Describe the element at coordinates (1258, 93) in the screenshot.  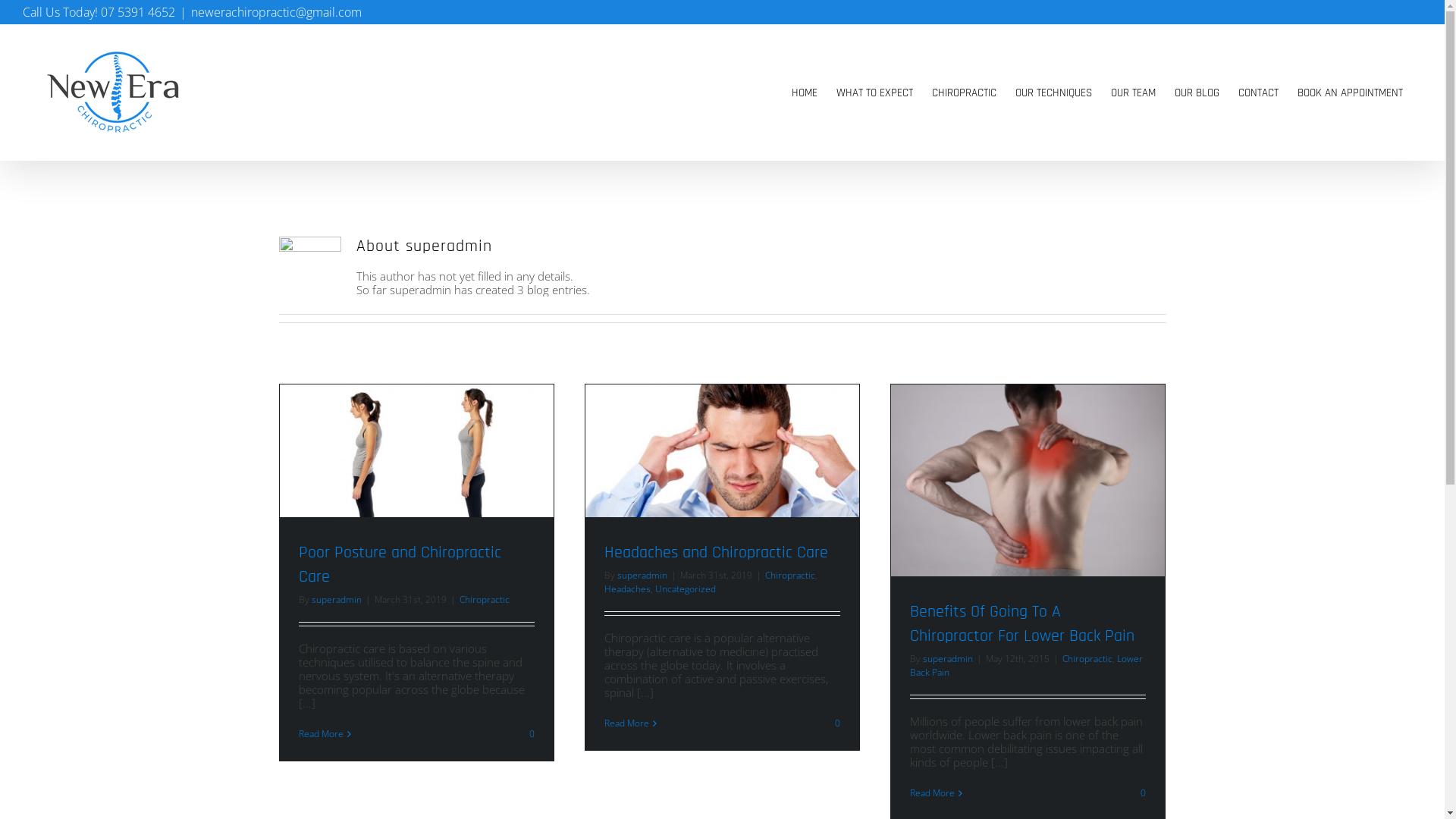
I see `'CONTACT'` at that location.